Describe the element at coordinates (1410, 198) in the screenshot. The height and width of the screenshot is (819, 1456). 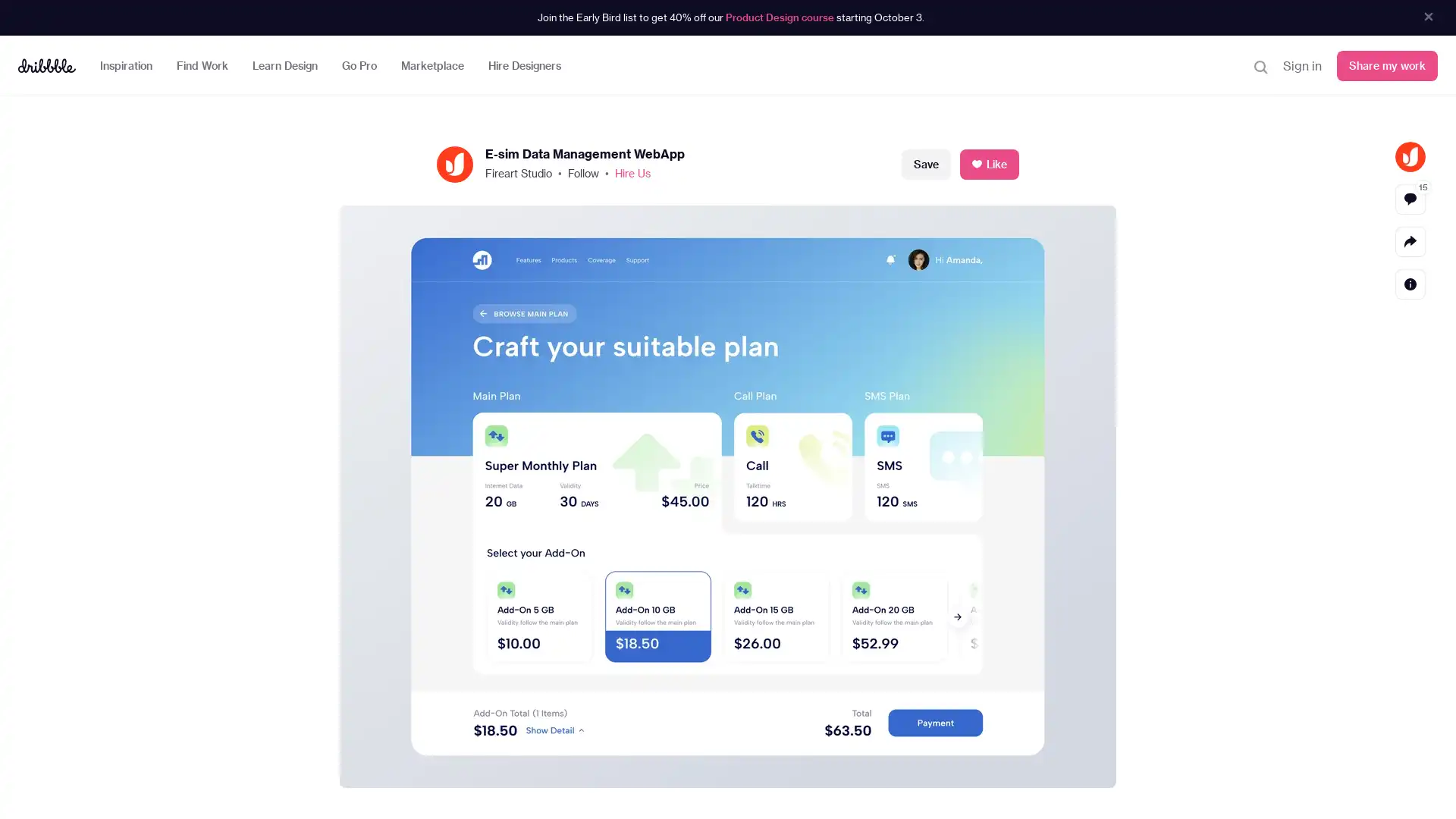
I see `View comments 15` at that location.